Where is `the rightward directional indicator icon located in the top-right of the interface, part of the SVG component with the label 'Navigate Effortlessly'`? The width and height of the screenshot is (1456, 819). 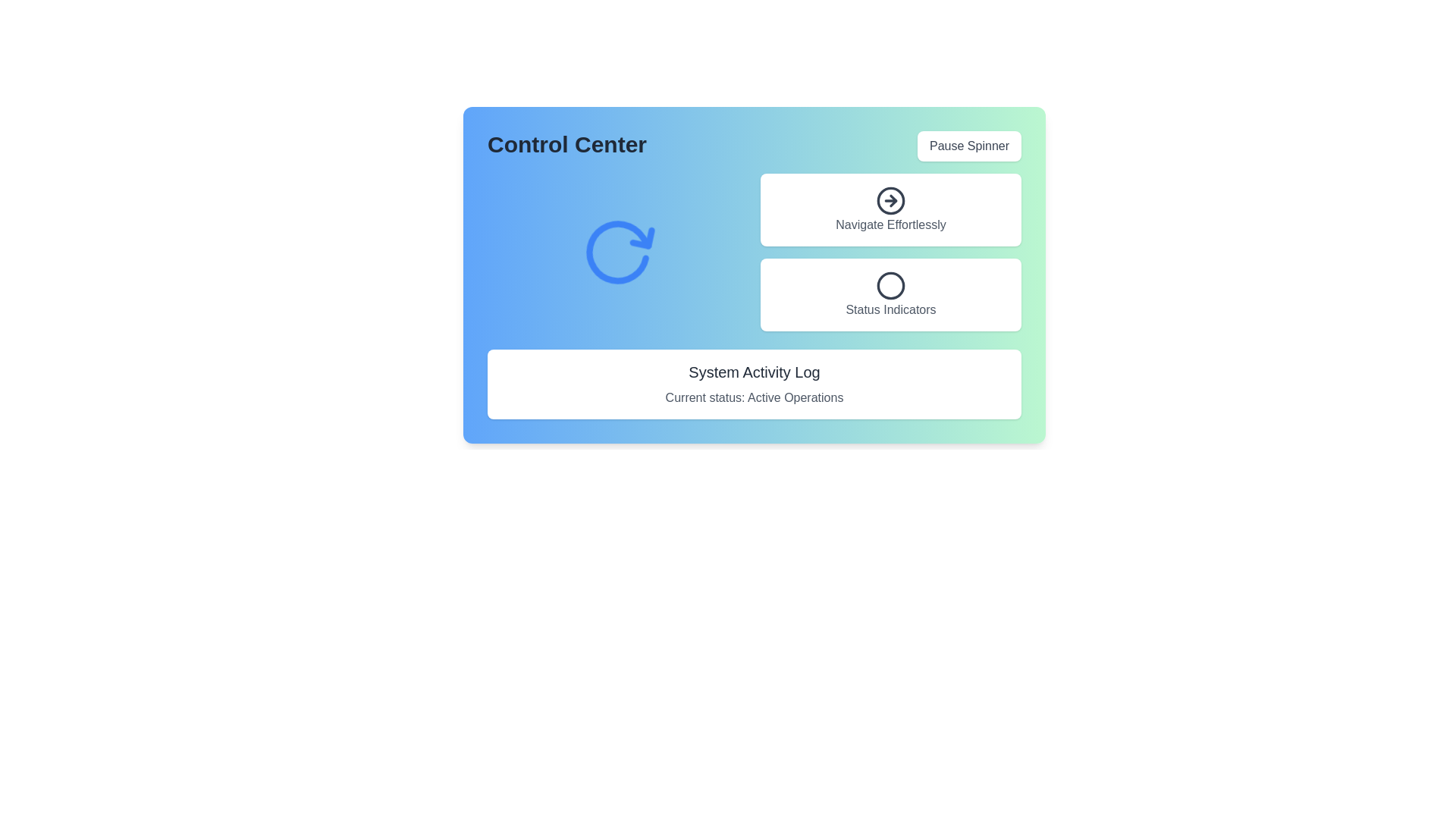
the rightward directional indicator icon located in the top-right of the interface, part of the SVG component with the label 'Navigate Effortlessly' is located at coordinates (893, 200).